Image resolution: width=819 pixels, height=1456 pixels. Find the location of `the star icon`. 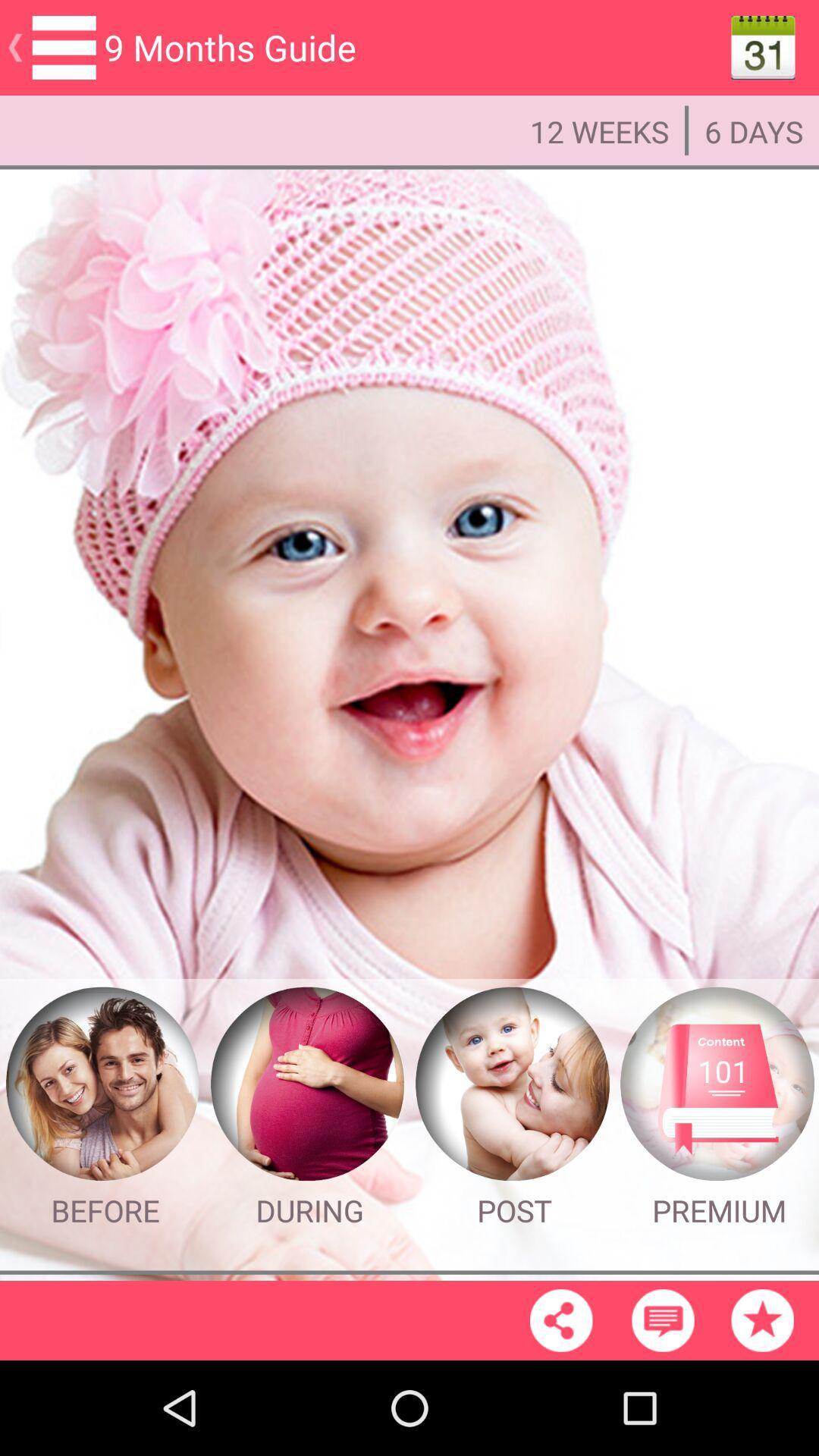

the star icon is located at coordinates (762, 1412).